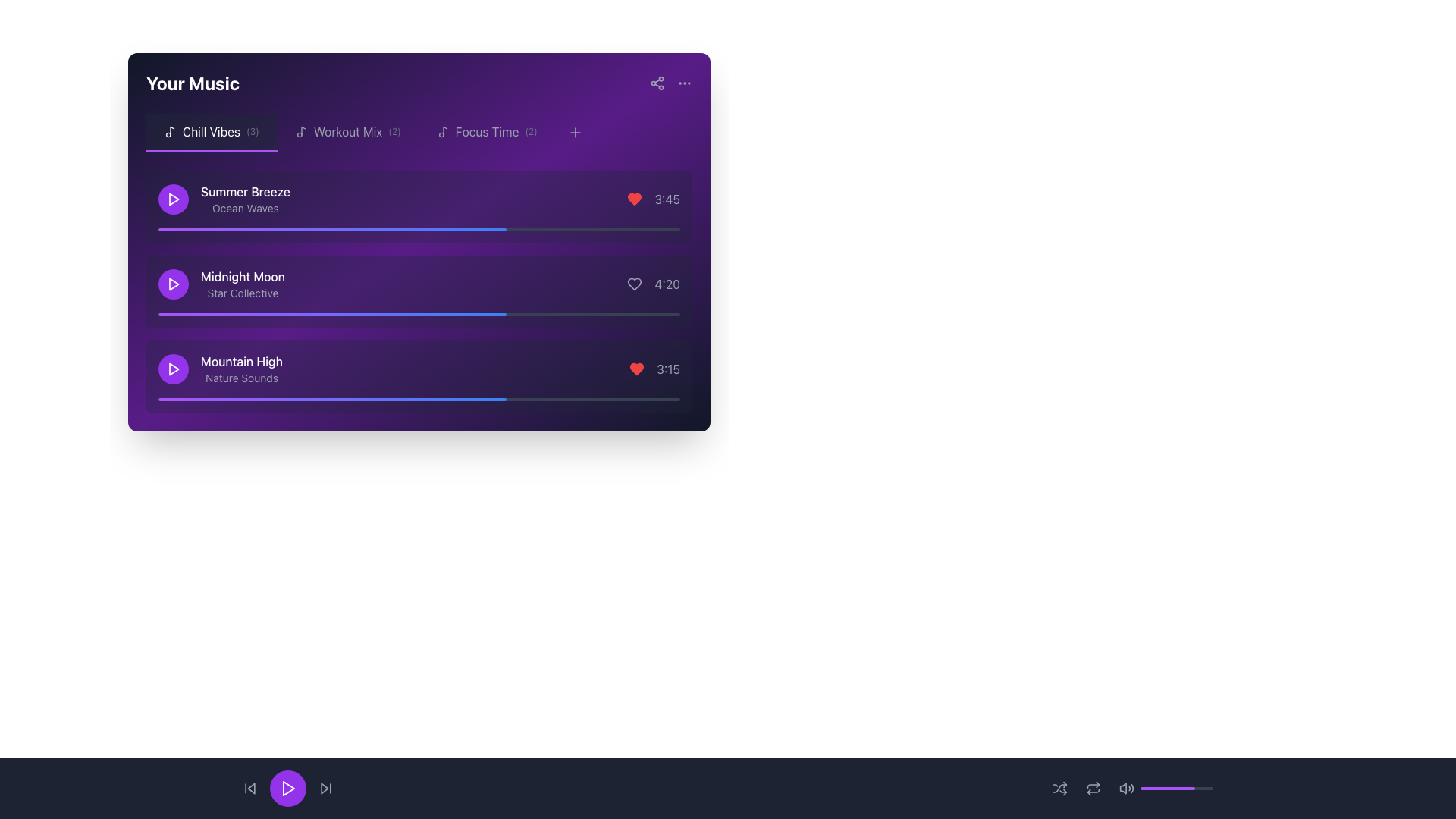  I want to click on the share button located in the upper-right corner of the 'Your Music' purple panel to initiate a share action, so click(657, 83).